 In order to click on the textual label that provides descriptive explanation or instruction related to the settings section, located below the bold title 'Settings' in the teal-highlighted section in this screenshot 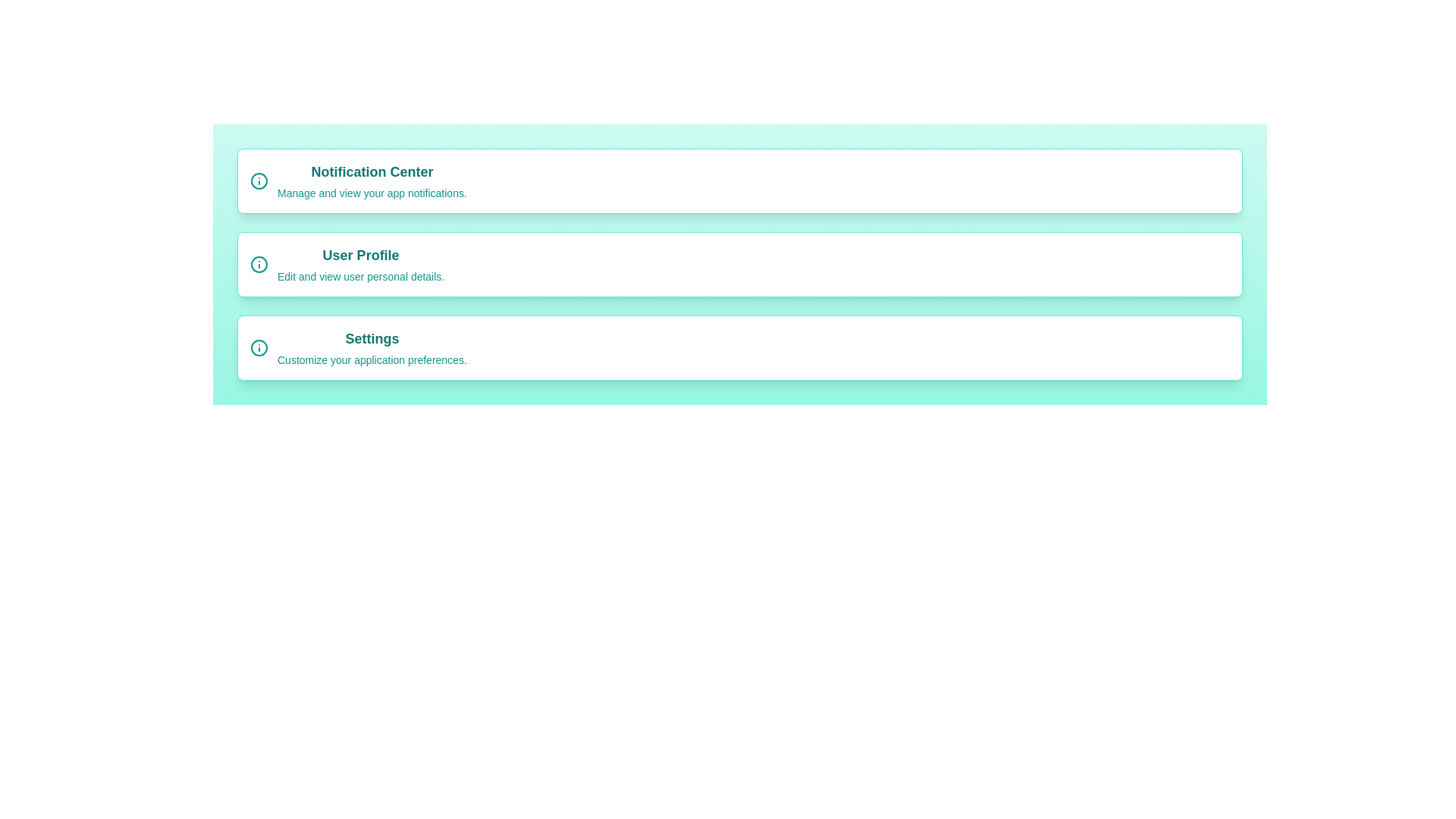, I will do `click(372, 359)`.